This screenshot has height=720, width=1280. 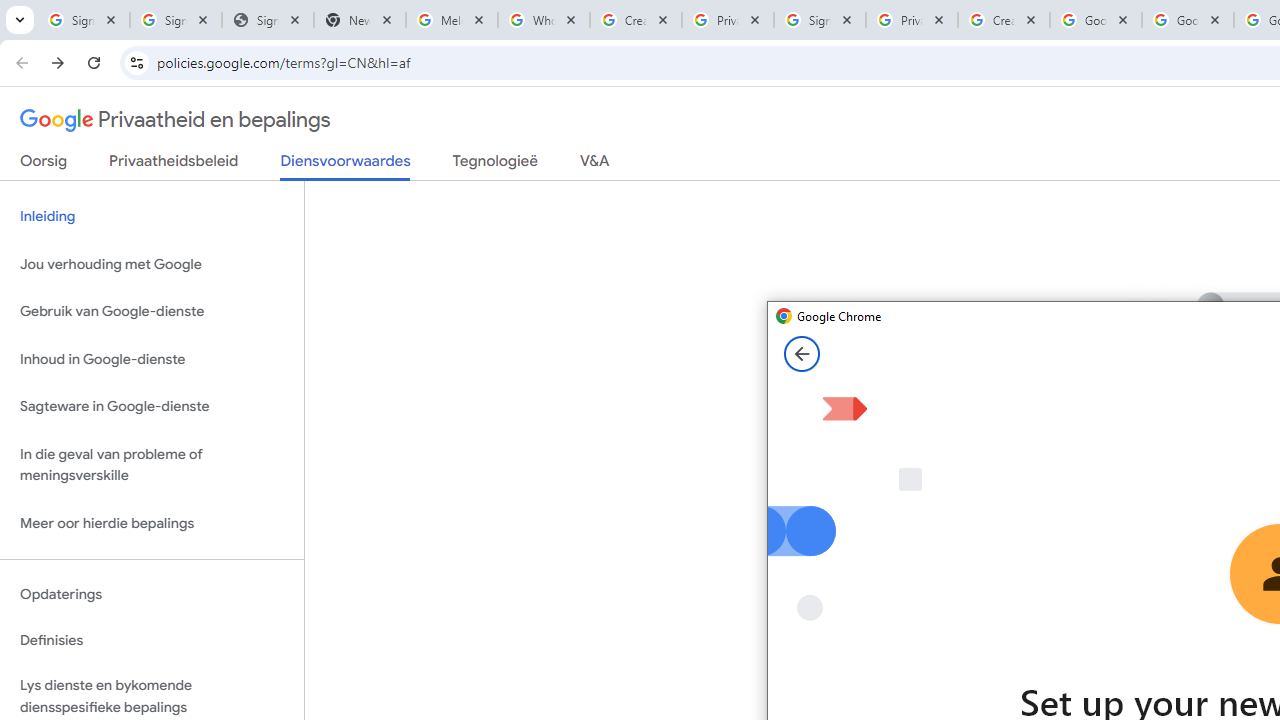 What do you see at coordinates (151, 464) in the screenshot?
I see `'In die geval van probleme of meningsverskille'` at bounding box center [151, 464].